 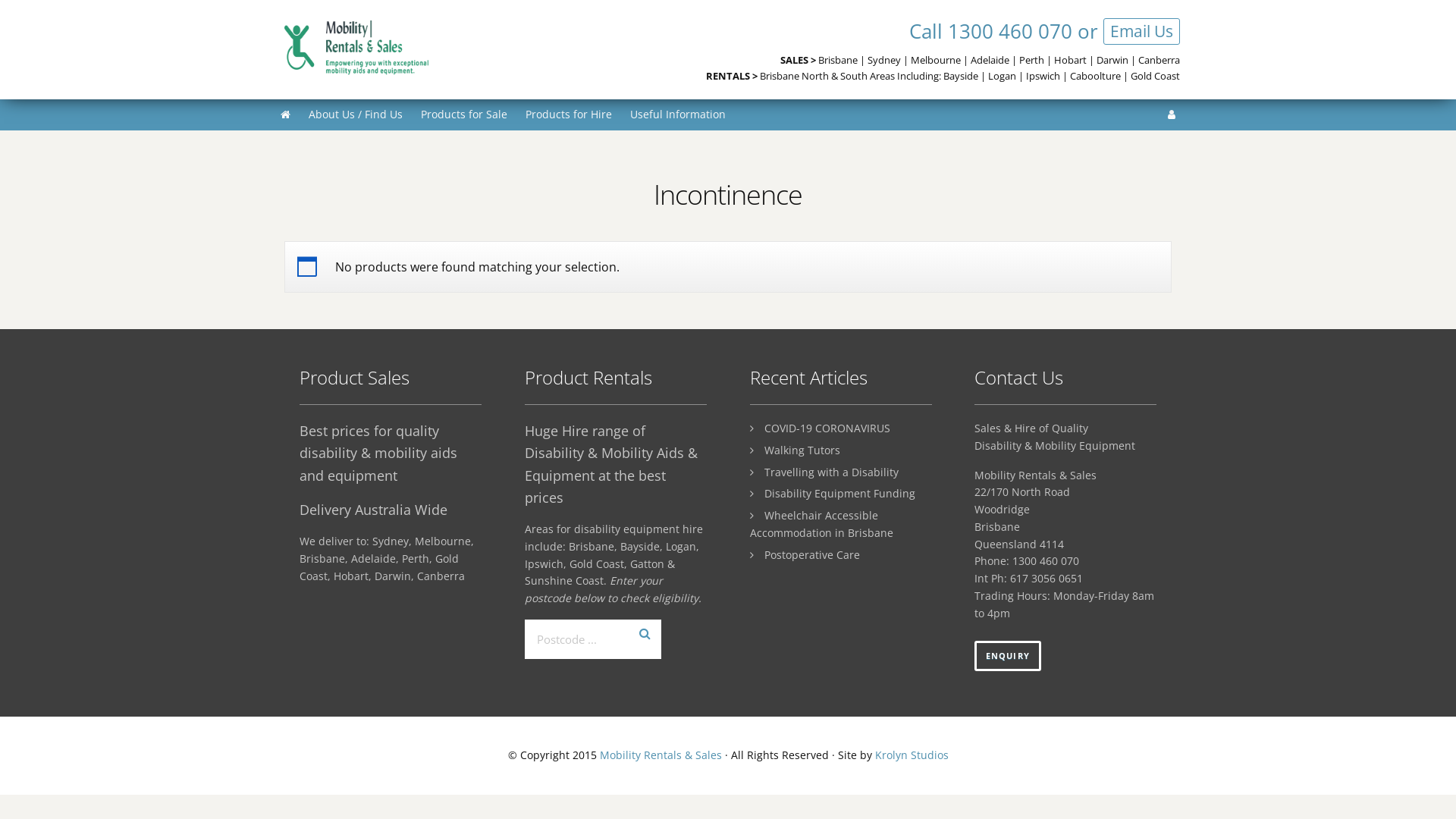 I want to click on 'MOBILITY RENTALS & SALES', so click(x=397, y=46).